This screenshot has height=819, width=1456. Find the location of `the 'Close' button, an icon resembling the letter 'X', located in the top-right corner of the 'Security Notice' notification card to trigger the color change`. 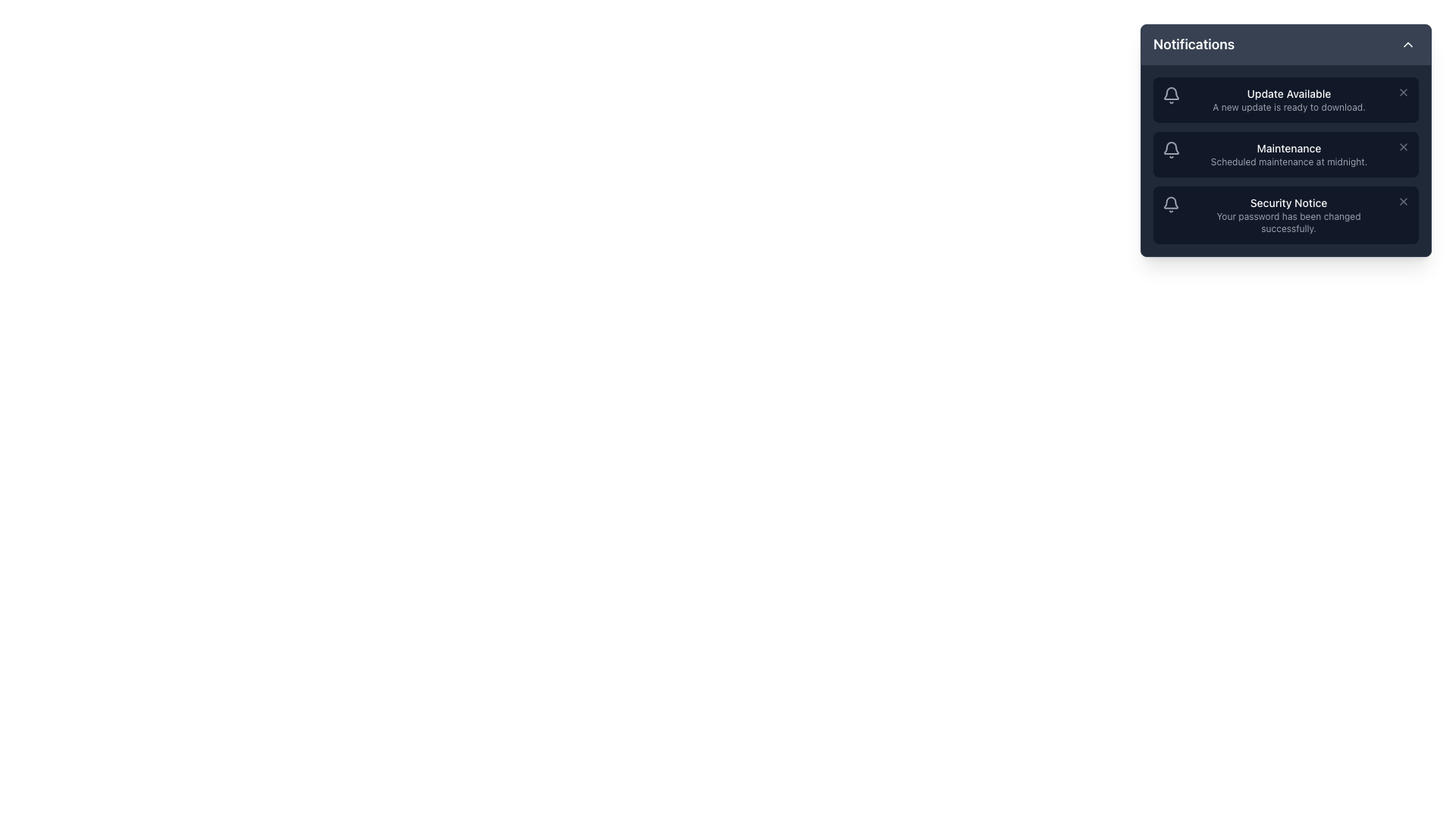

the 'Close' button, an icon resembling the letter 'X', located in the top-right corner of the 'Security Notice' notification card to trigger the color change is located at coordinates (1403, 201).